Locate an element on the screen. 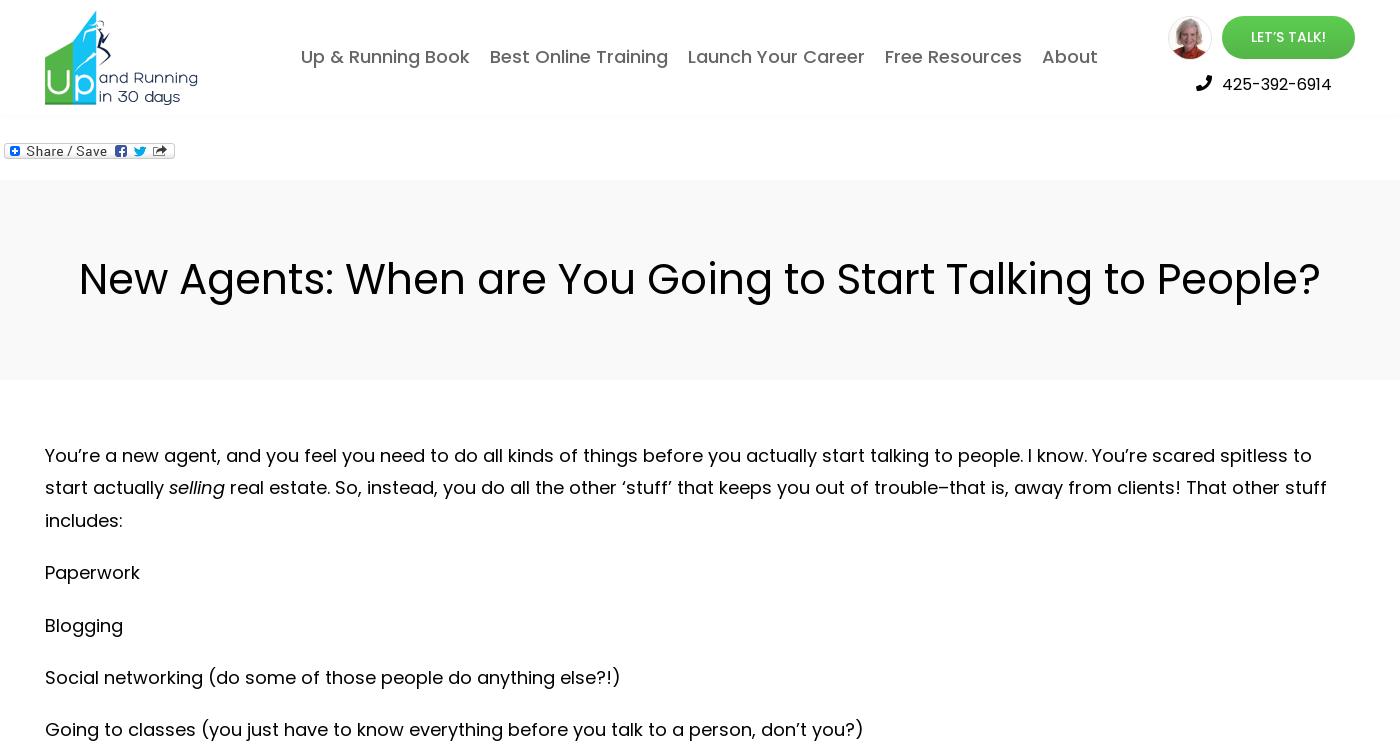  'About' is located at coordinates (1070, 55).